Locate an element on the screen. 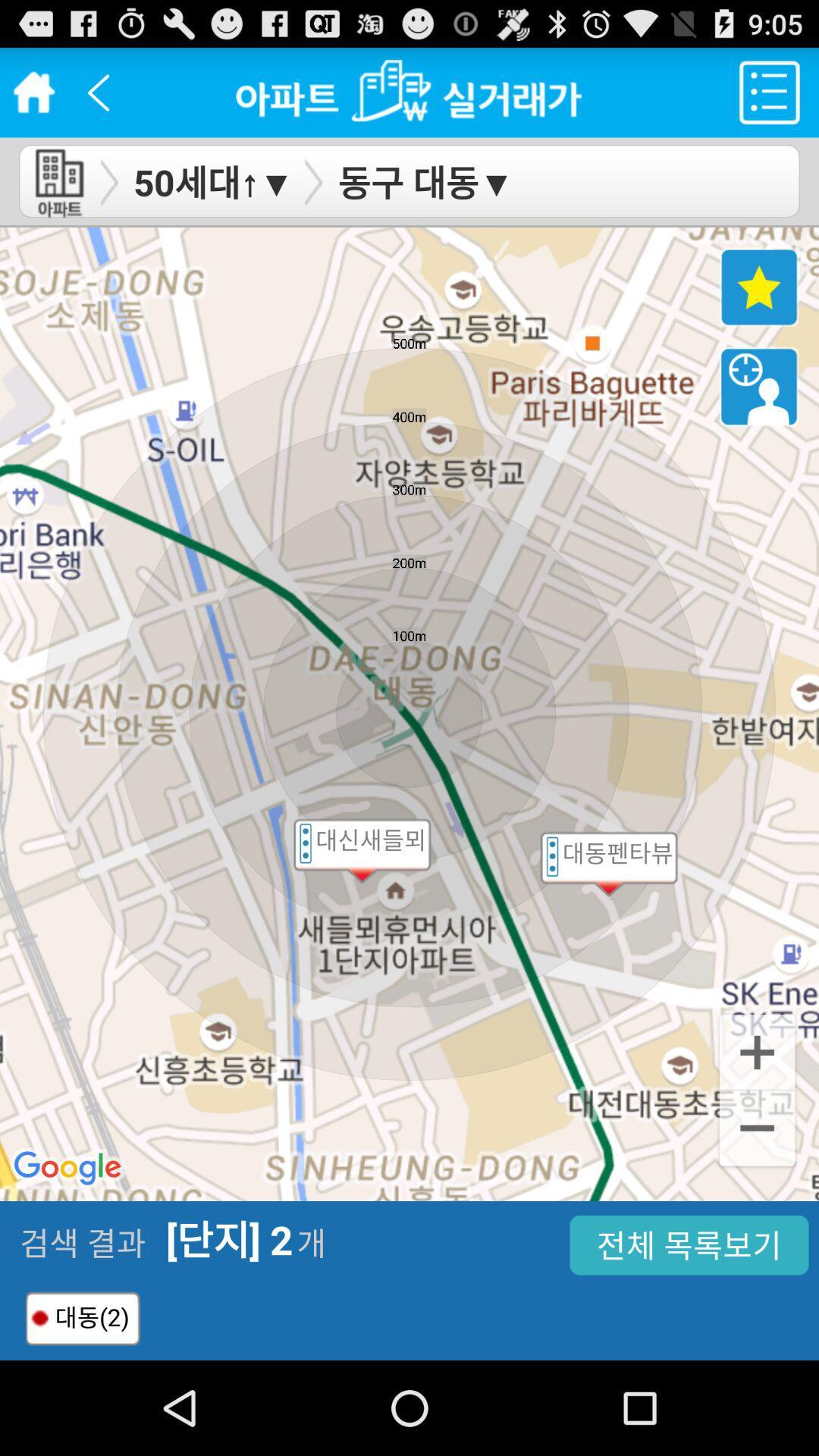 Image resolution: width=819 pixels, height=1456 pixels. the zoom_out icon is located at coordinates (757, 1209).